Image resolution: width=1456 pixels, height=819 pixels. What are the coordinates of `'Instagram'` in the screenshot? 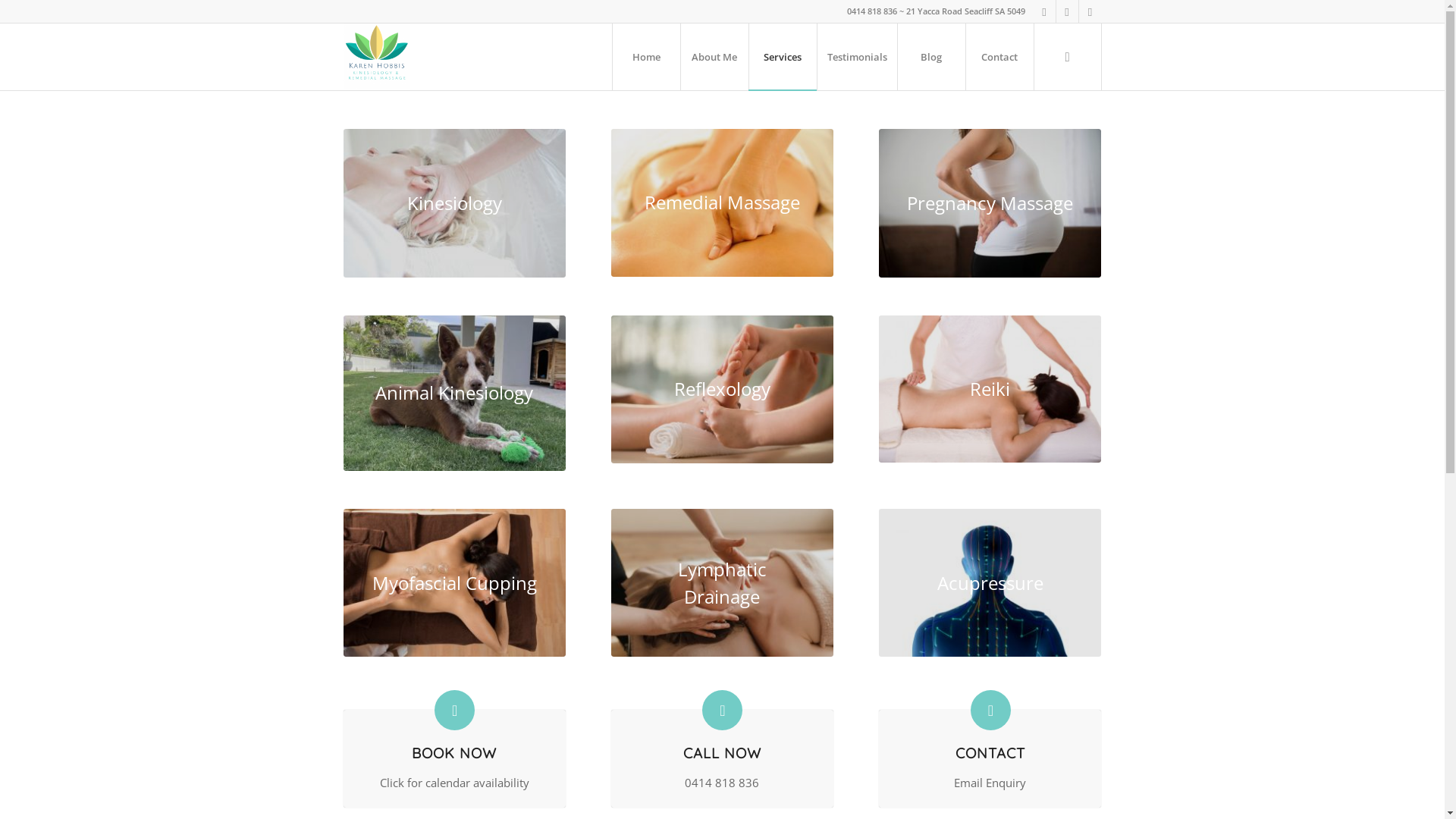 It's located at (1065, 11).